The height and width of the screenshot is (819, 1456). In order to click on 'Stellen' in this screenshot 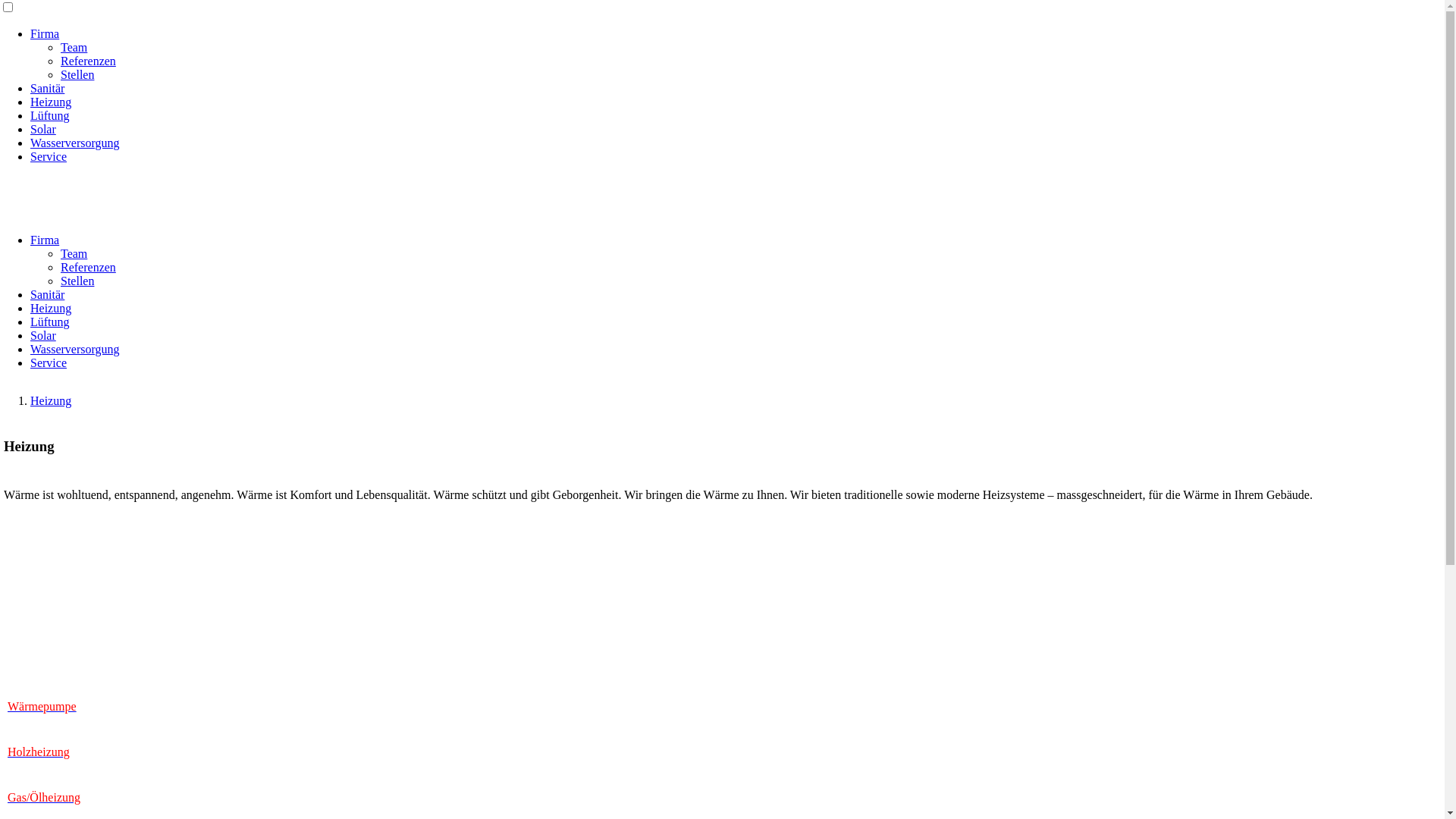, I will do `click(61, 281)`.